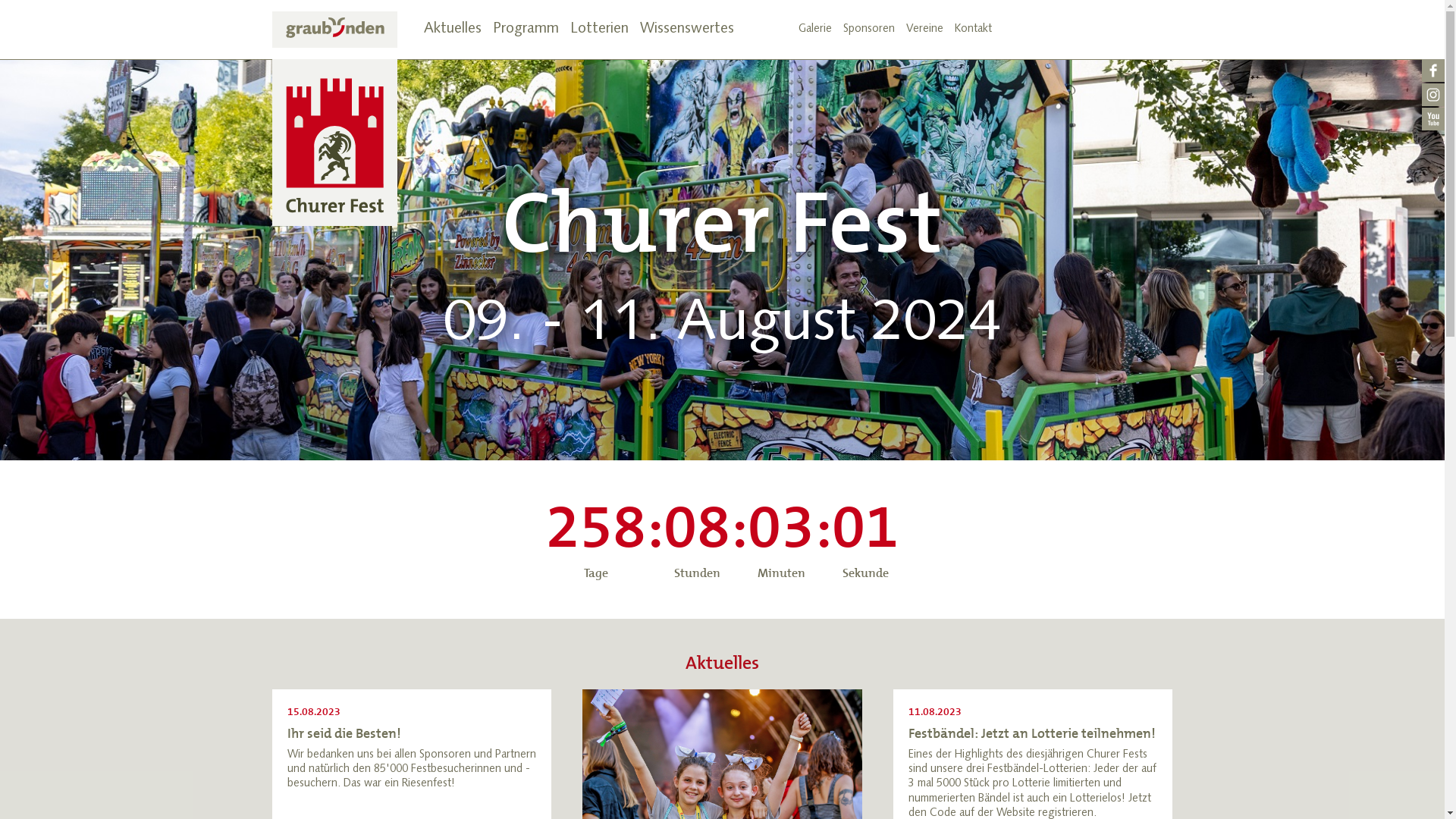 This screenshot has width=1456, height=819. I want to click on 'Vereine', so click(905, 29).